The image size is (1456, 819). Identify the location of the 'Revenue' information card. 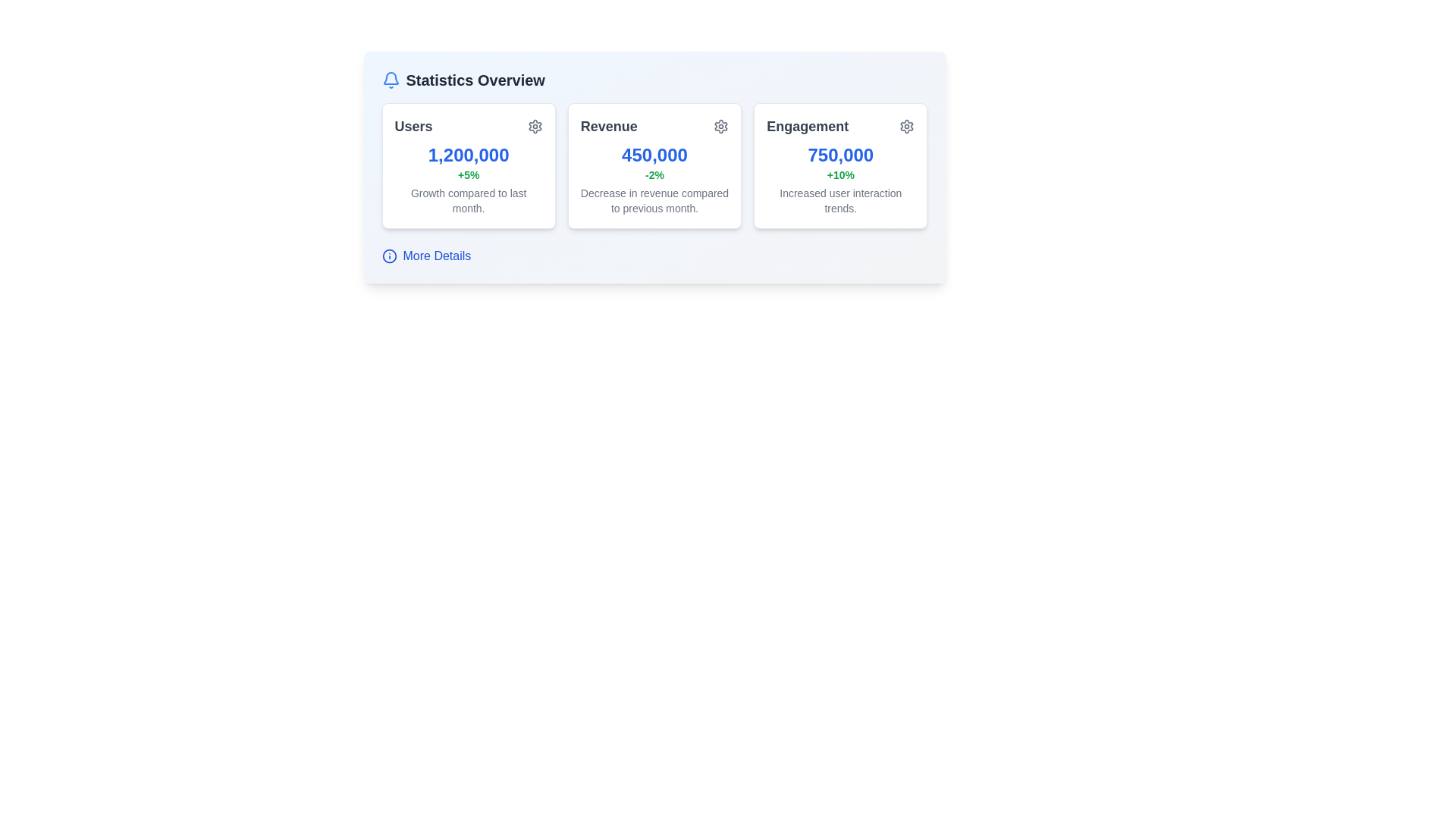
(654, 166).